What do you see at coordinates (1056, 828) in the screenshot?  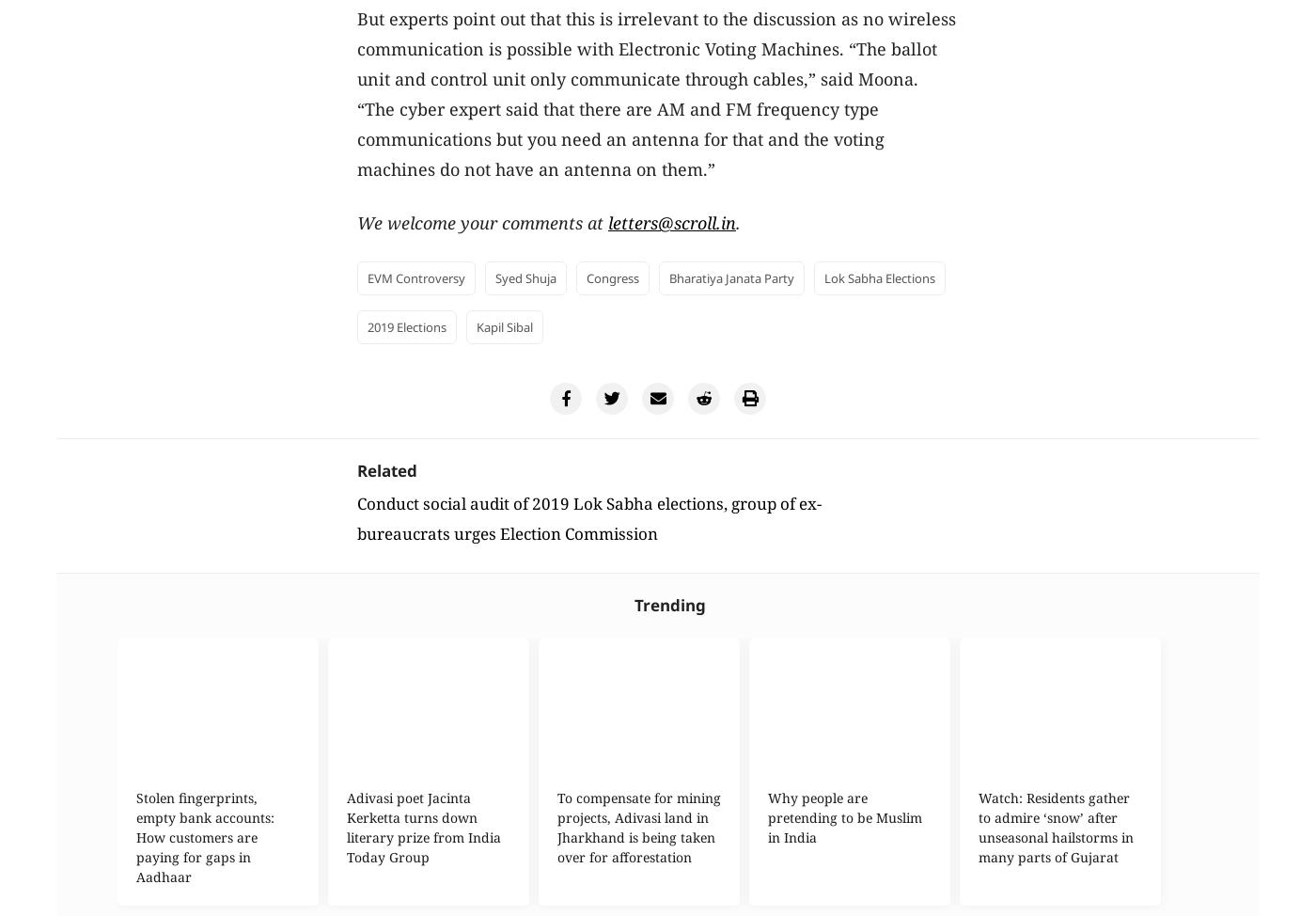 I see `'Watch: Residents gather to admire ‘snow’ after unseasonal hailstorms in many parts of Gujarat'` at bounding box center [1056, 828].